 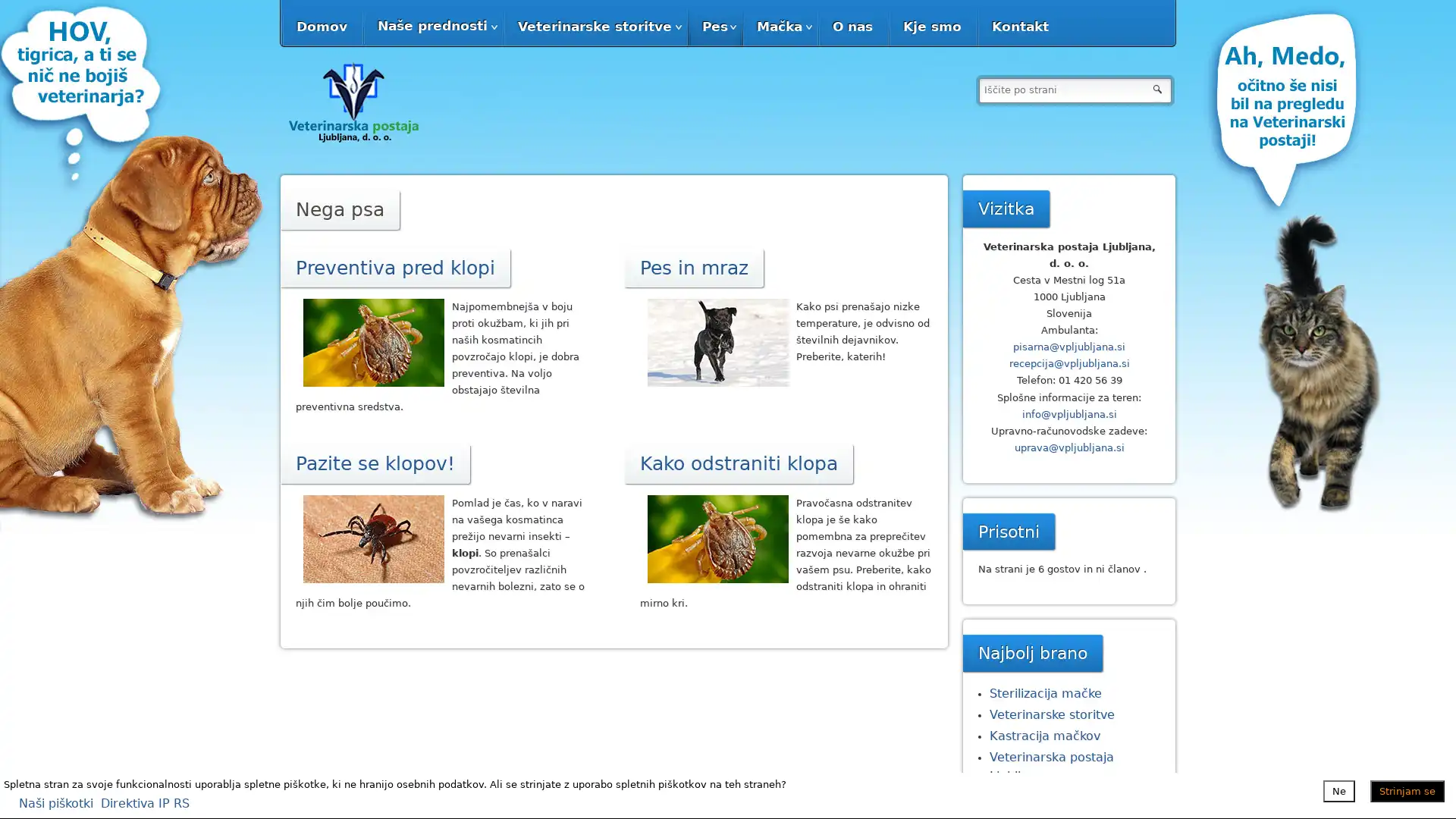 I want to click on Ne, so click(x=1339, y=789).